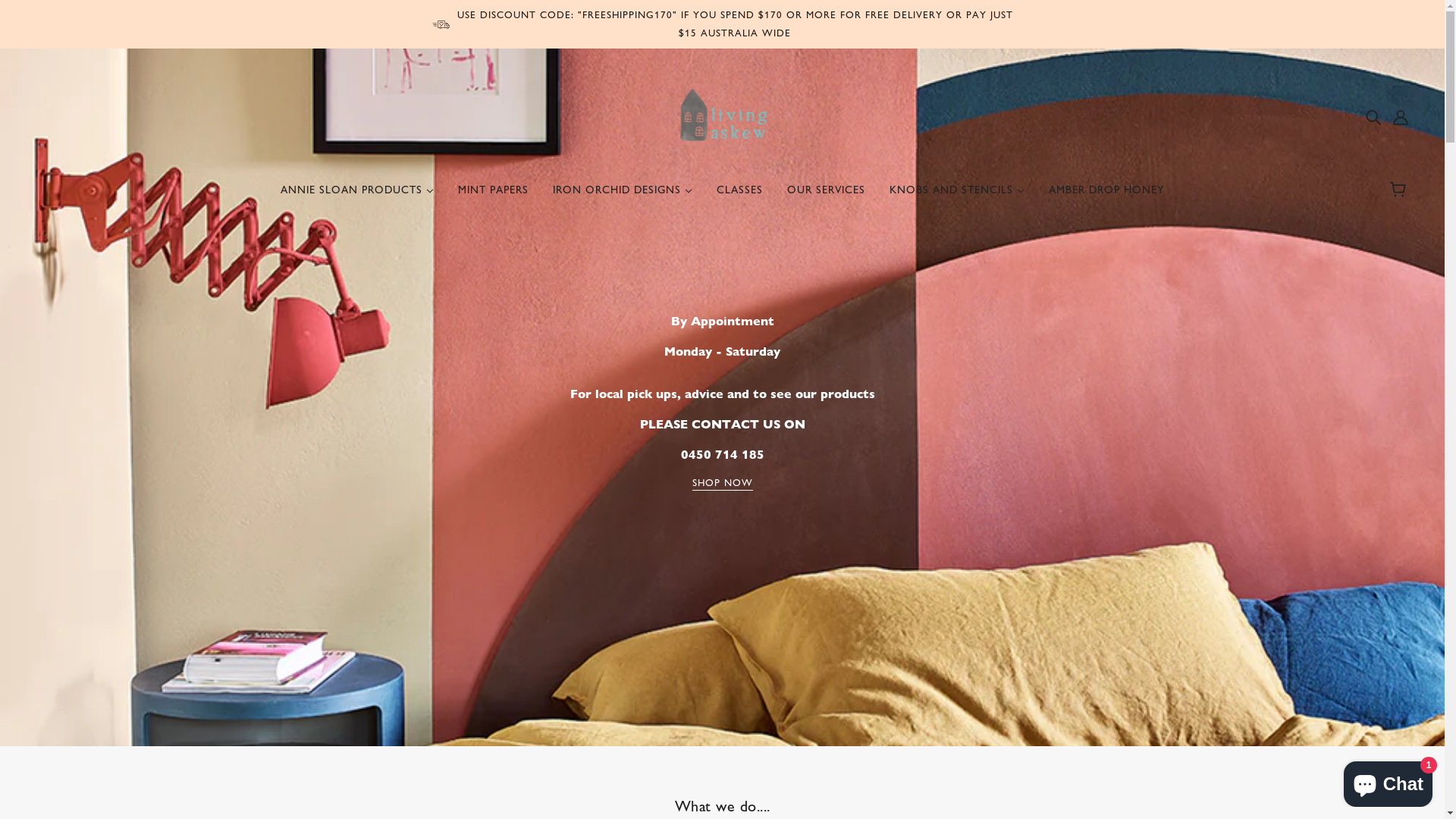  Describe the element at coordinates (825, 195) in the screenshot. I see `'OUR SERVICES'` at that location.